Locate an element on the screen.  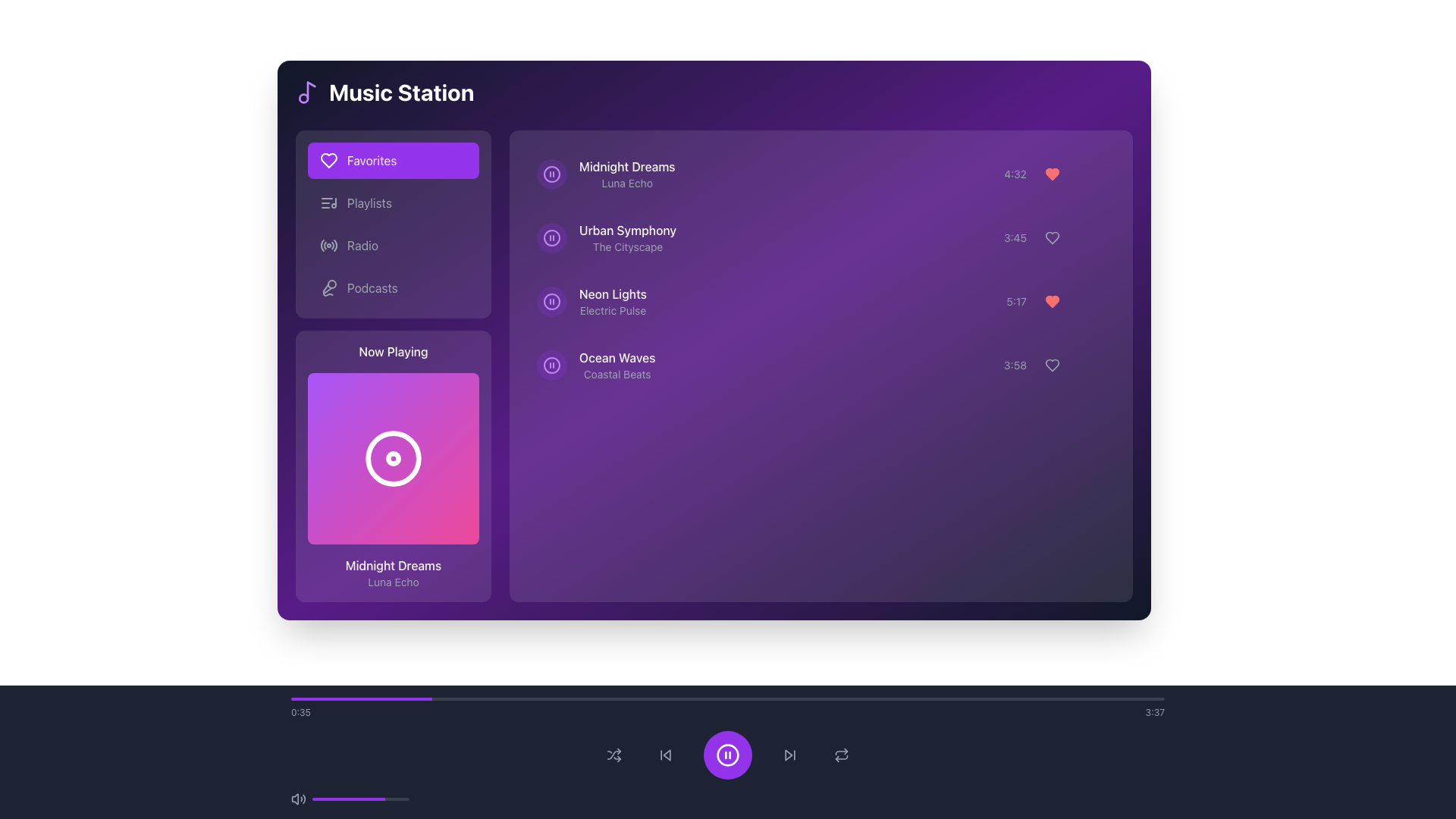
the progress bar element located at the bottom section of the interface is located at coordinates (359, 798).